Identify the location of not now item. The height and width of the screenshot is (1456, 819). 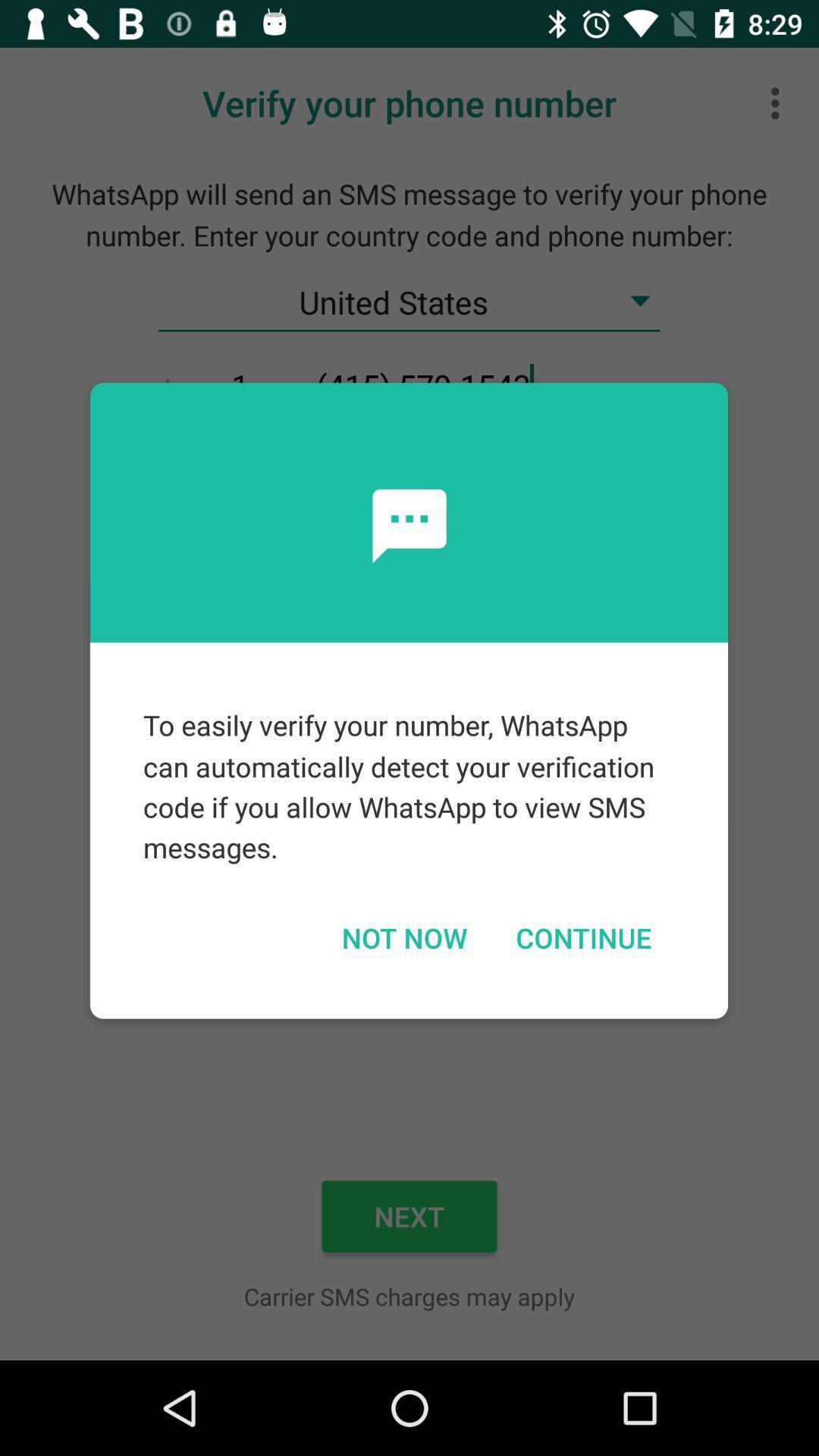
(403, 937).